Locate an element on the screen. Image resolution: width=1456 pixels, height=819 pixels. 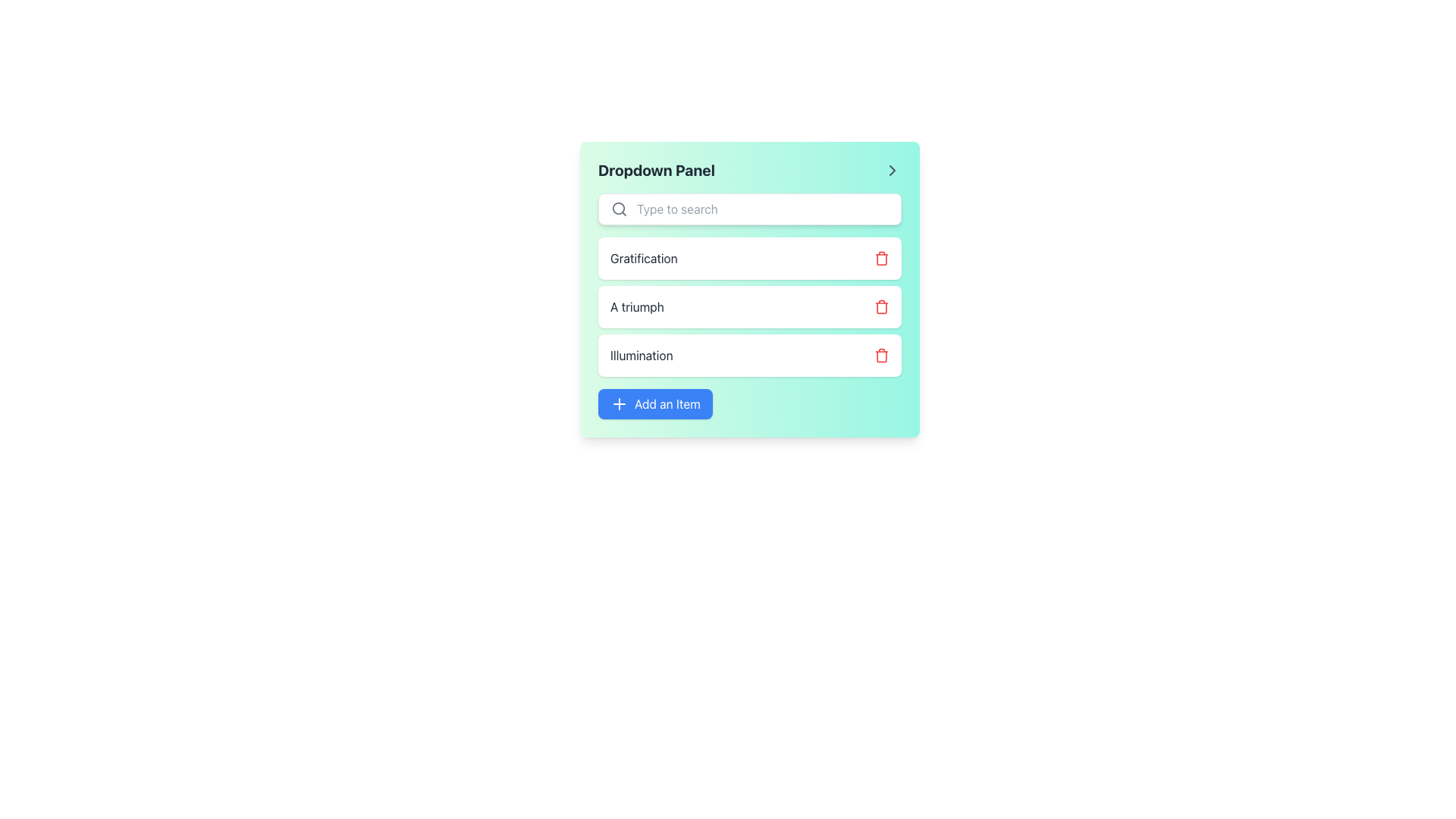
the search icon located at the beginning of the input field with the placeholder text 'Type to search' is located at coordinates (619, 209).